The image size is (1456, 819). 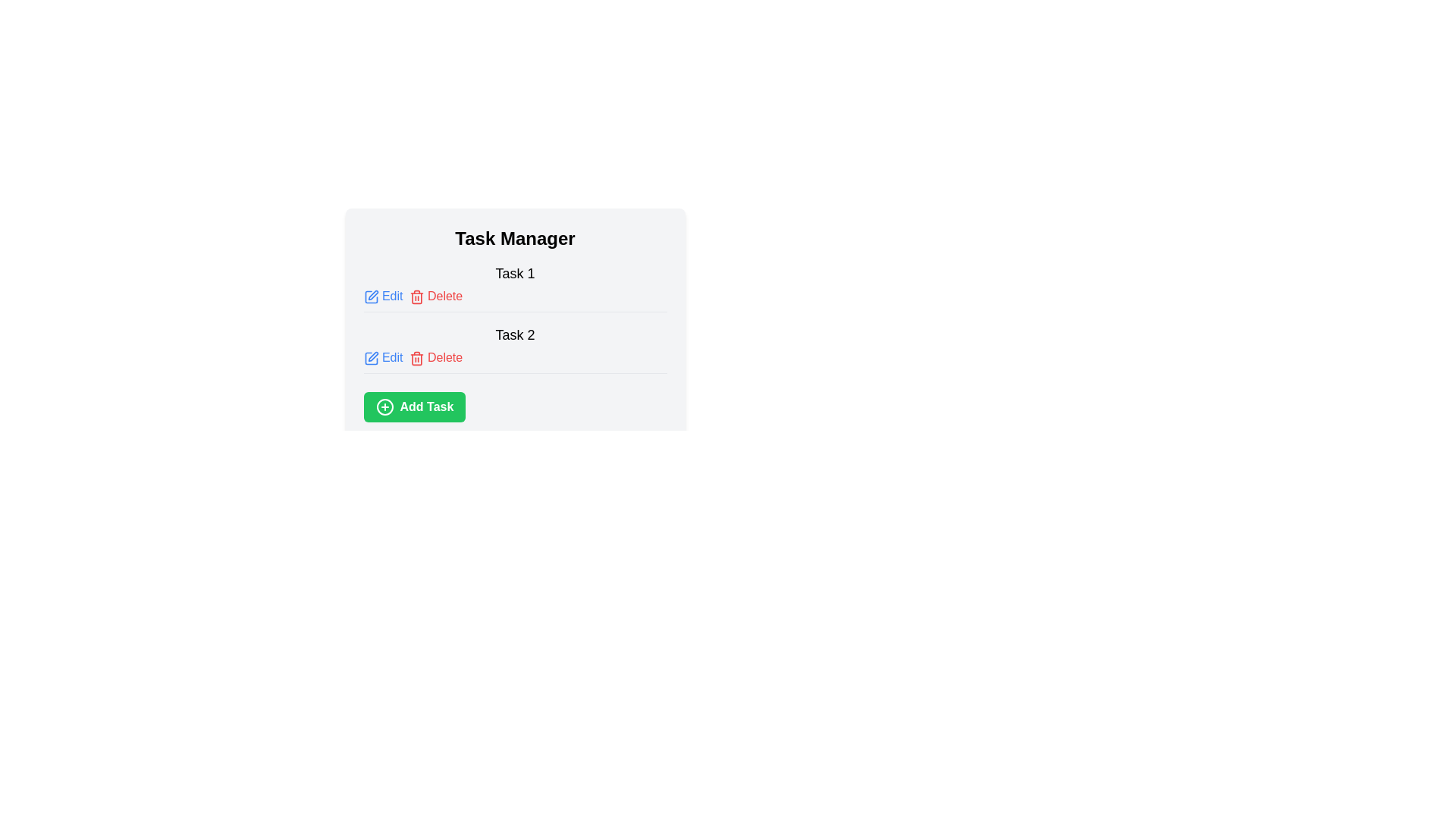 What do you see at coordinates (384, 406) in the screenshot?
I see `the central circular graphic element of the 'Add Task' button, which is part of an SVG icon including a plus sign on a green background` at bounding box center [384, 406].